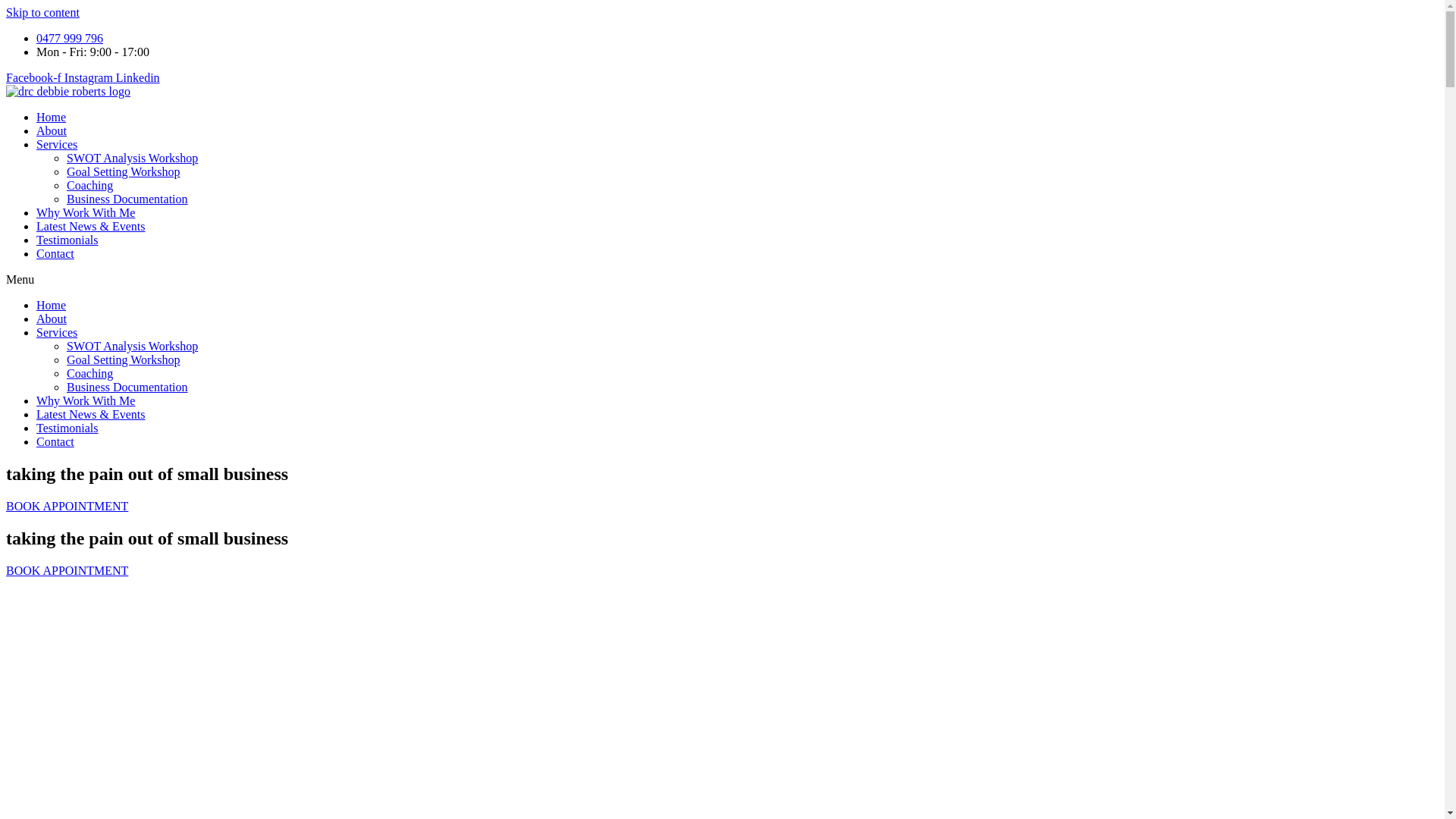 The image size is (1456, 819). What do you see at coordinates (132, 346) in the screenshot?
I see `'SWOT Analysis Workshop'` at bounding box center [132, 346].